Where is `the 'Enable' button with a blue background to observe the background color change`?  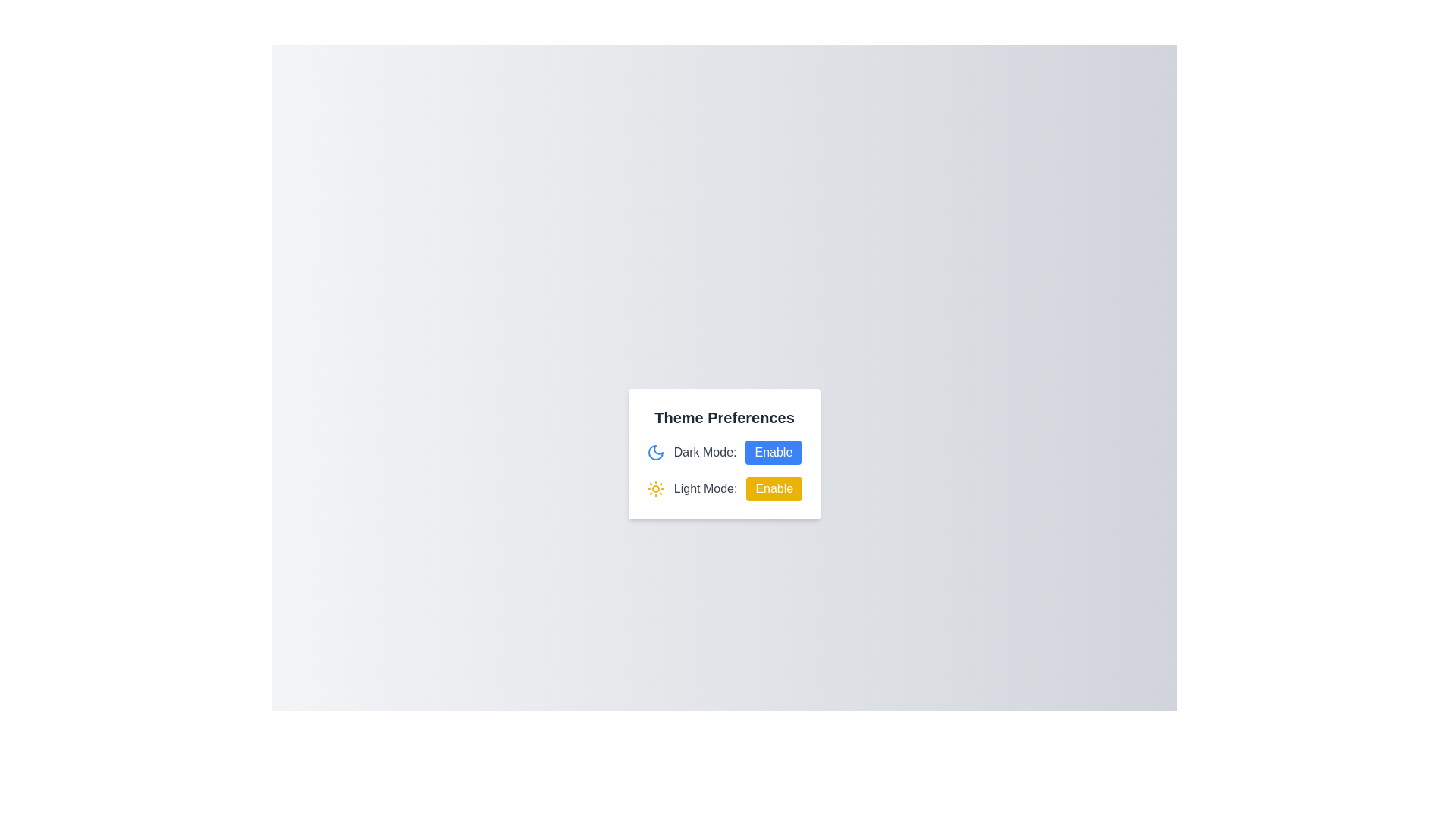 the 'Enable' button with a blue background to observe the background color change is located at coordinates (773, 452).